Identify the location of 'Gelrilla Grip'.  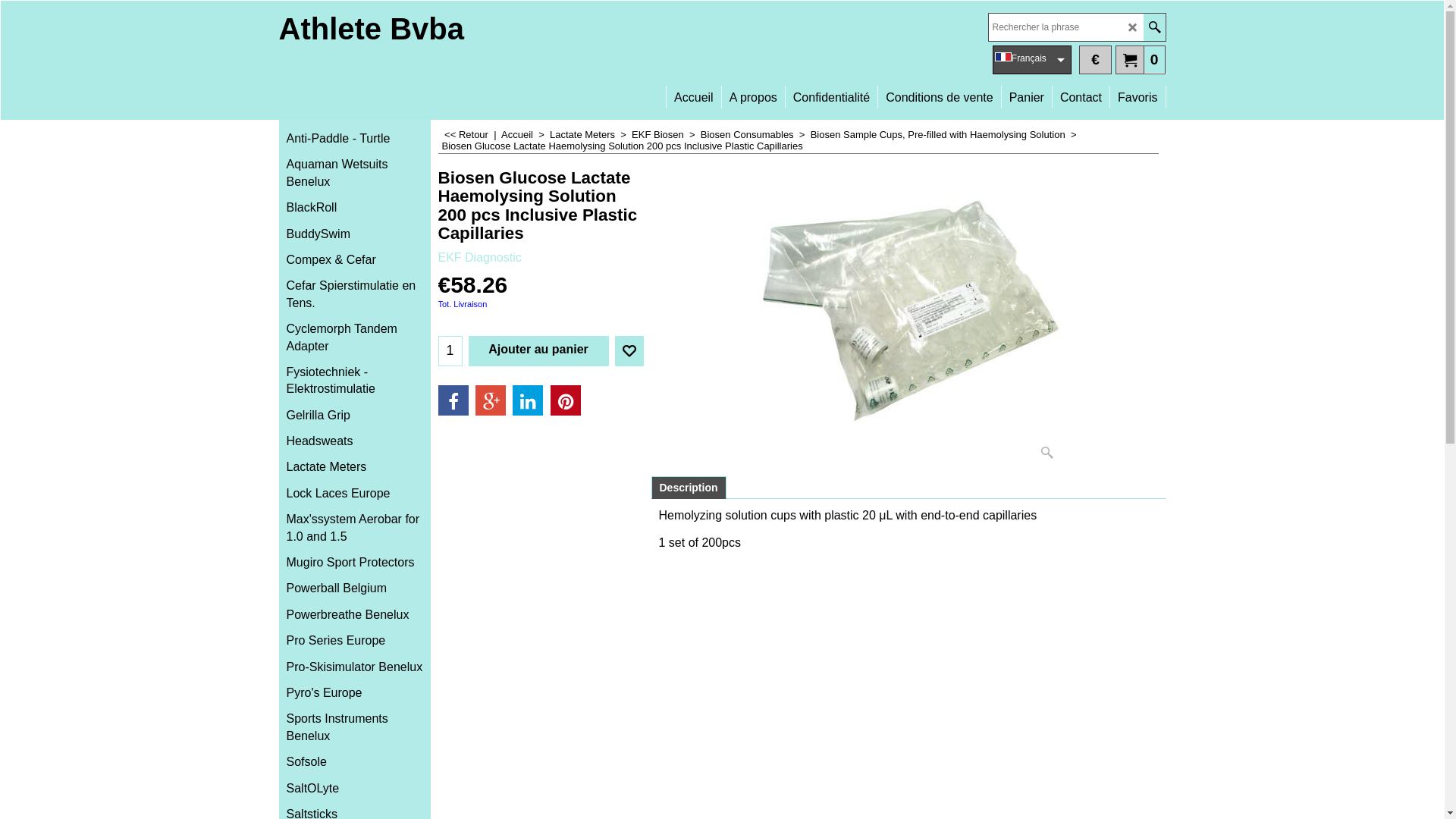
(279, 415).